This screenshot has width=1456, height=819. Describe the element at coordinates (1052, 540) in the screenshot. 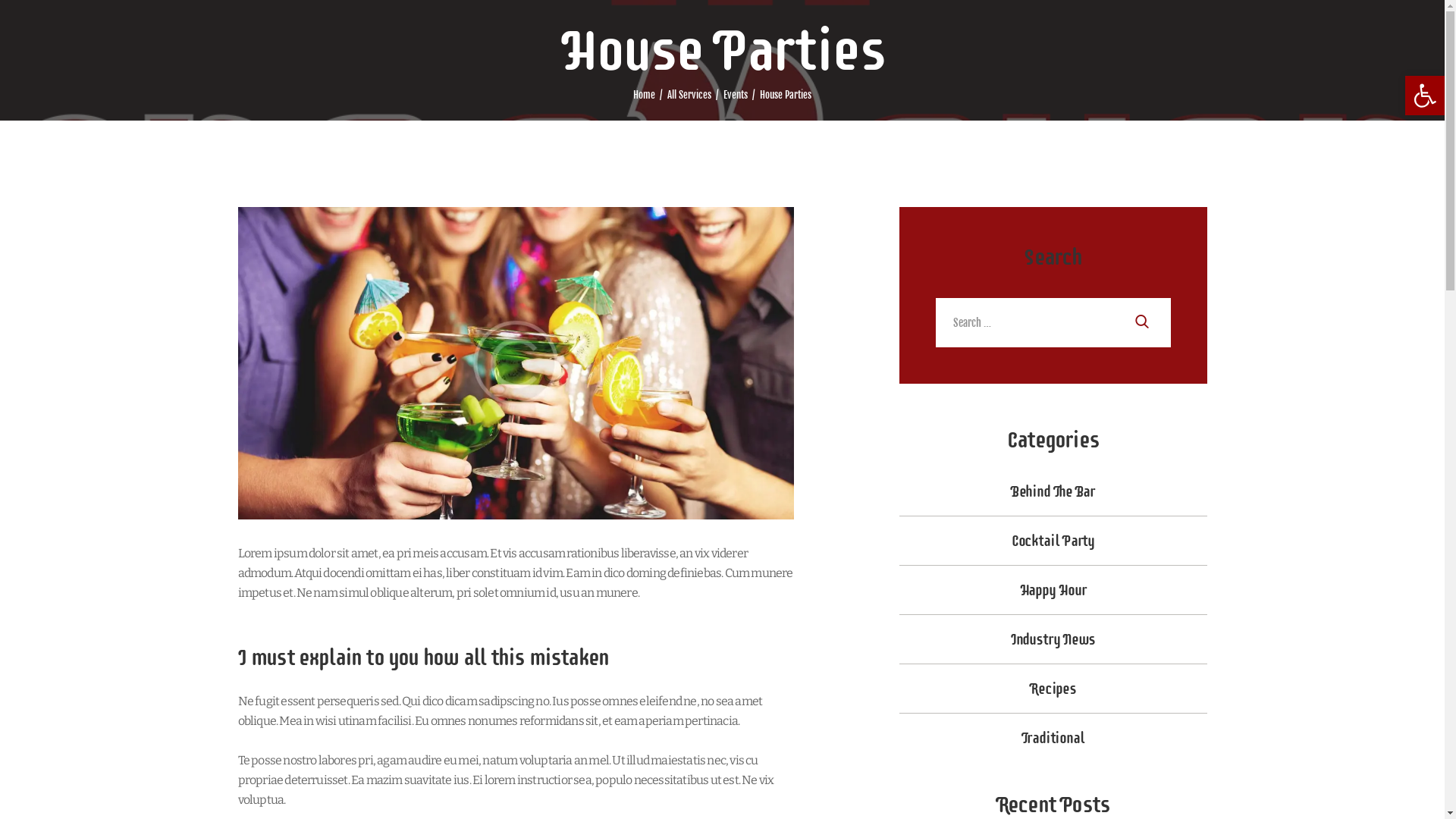

I see `'Cocktail Party'` at that location.